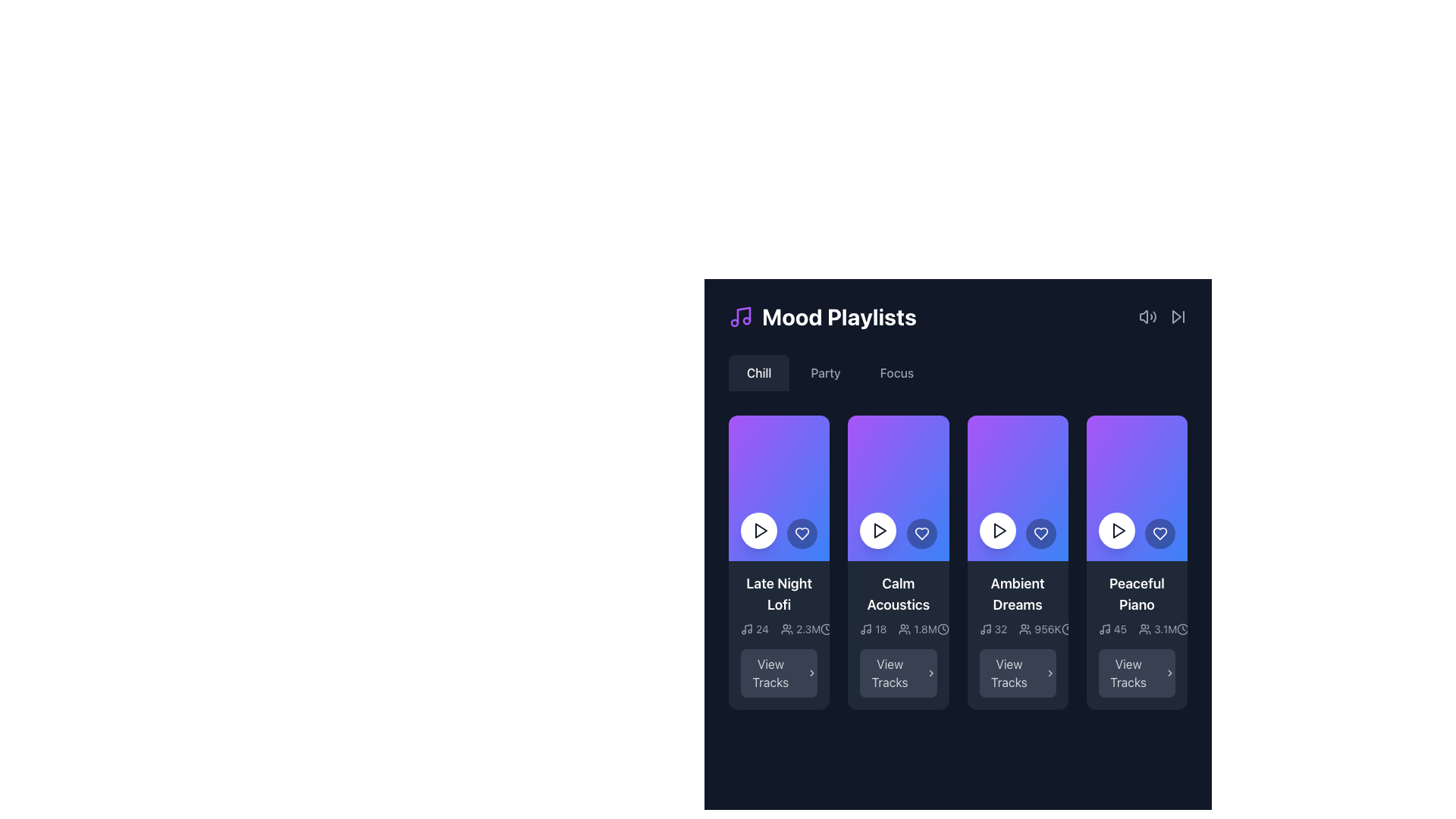  Describe the element at coordinates (1137, 635) in the screenshot. I see `the music playlist card located at the rightmost side of the 'Mood Playlists' section` at that location.